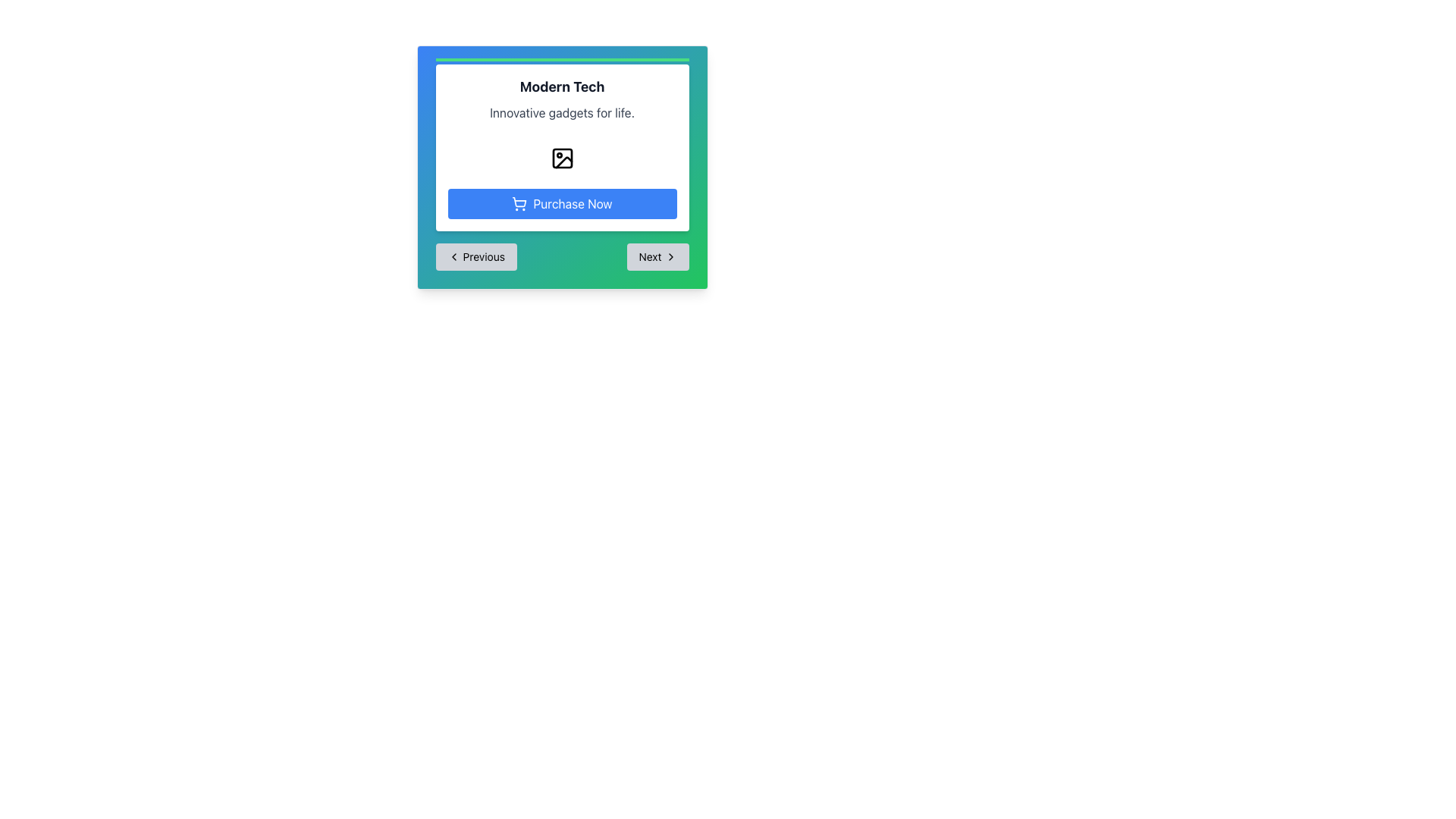 The height and width of the screenshot is (819, 1456). What do you see at coordinates (670, 256) in the screenshot?
I see `the Right-facing chevron icon located within the 'Next' button, positioned to the right of the 'Next' text label` at bounding box center [670, 256].